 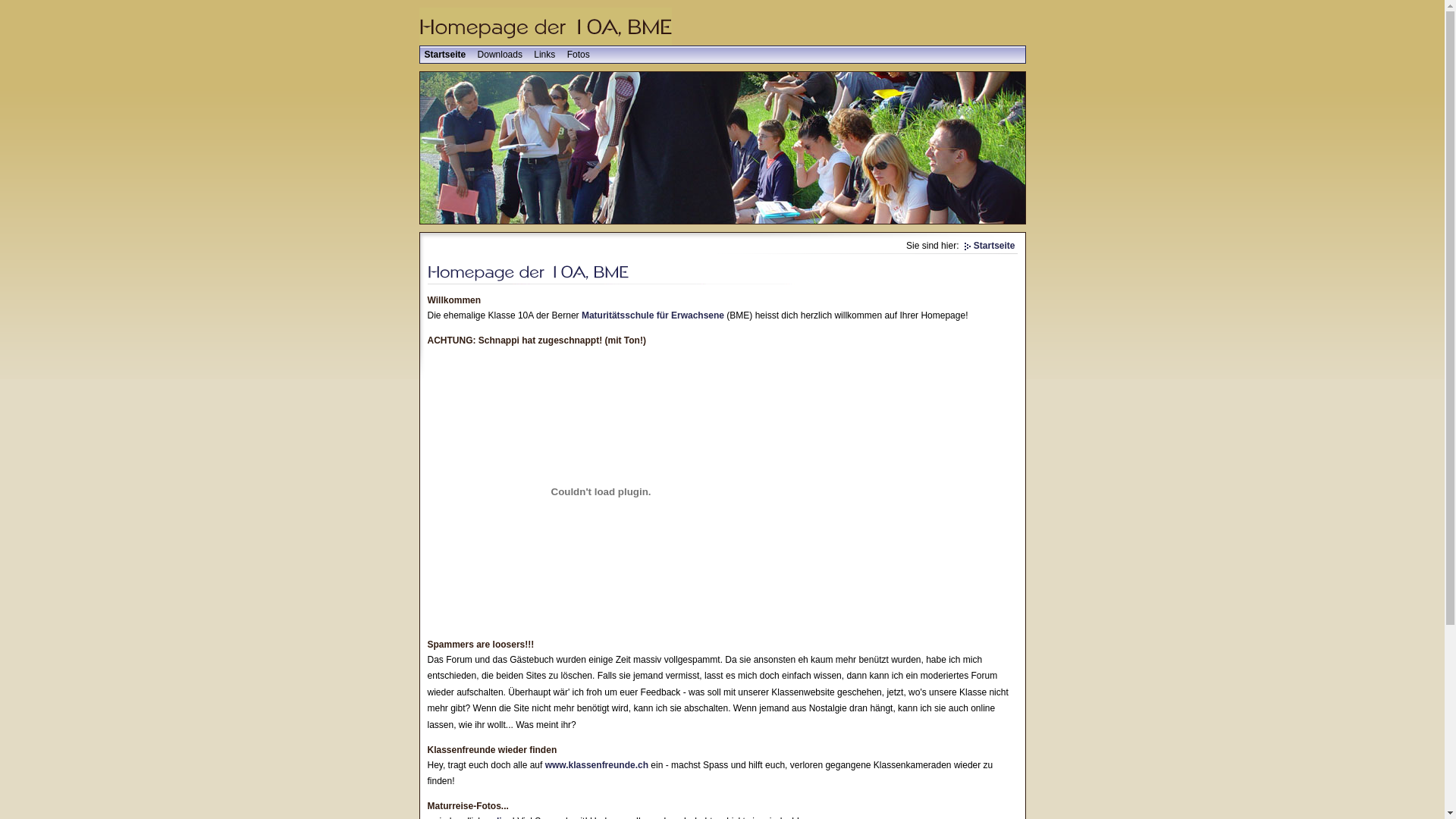 I want to click on 'Fotos', so click(x=578, y=54).